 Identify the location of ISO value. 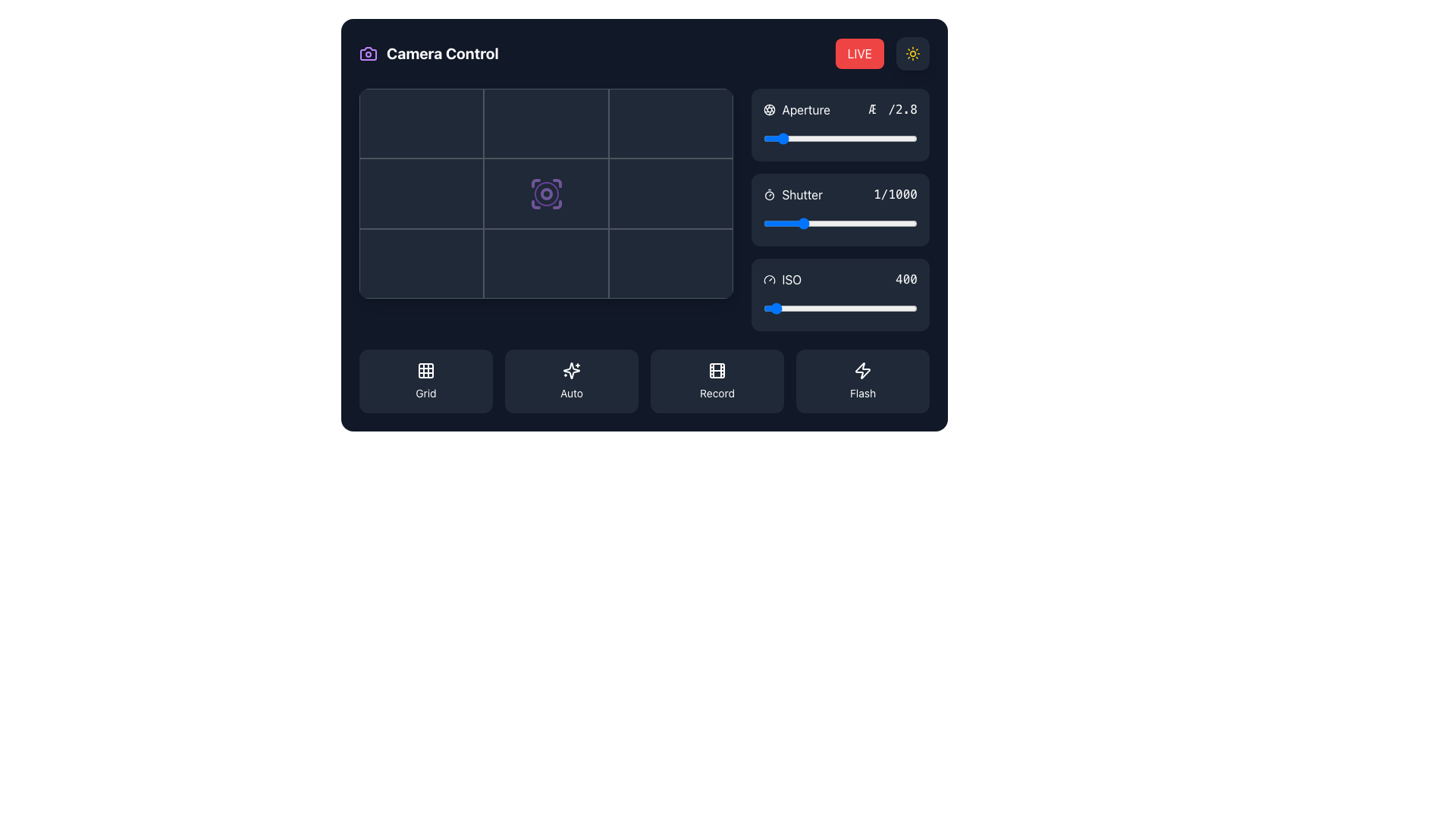
(765, 308).